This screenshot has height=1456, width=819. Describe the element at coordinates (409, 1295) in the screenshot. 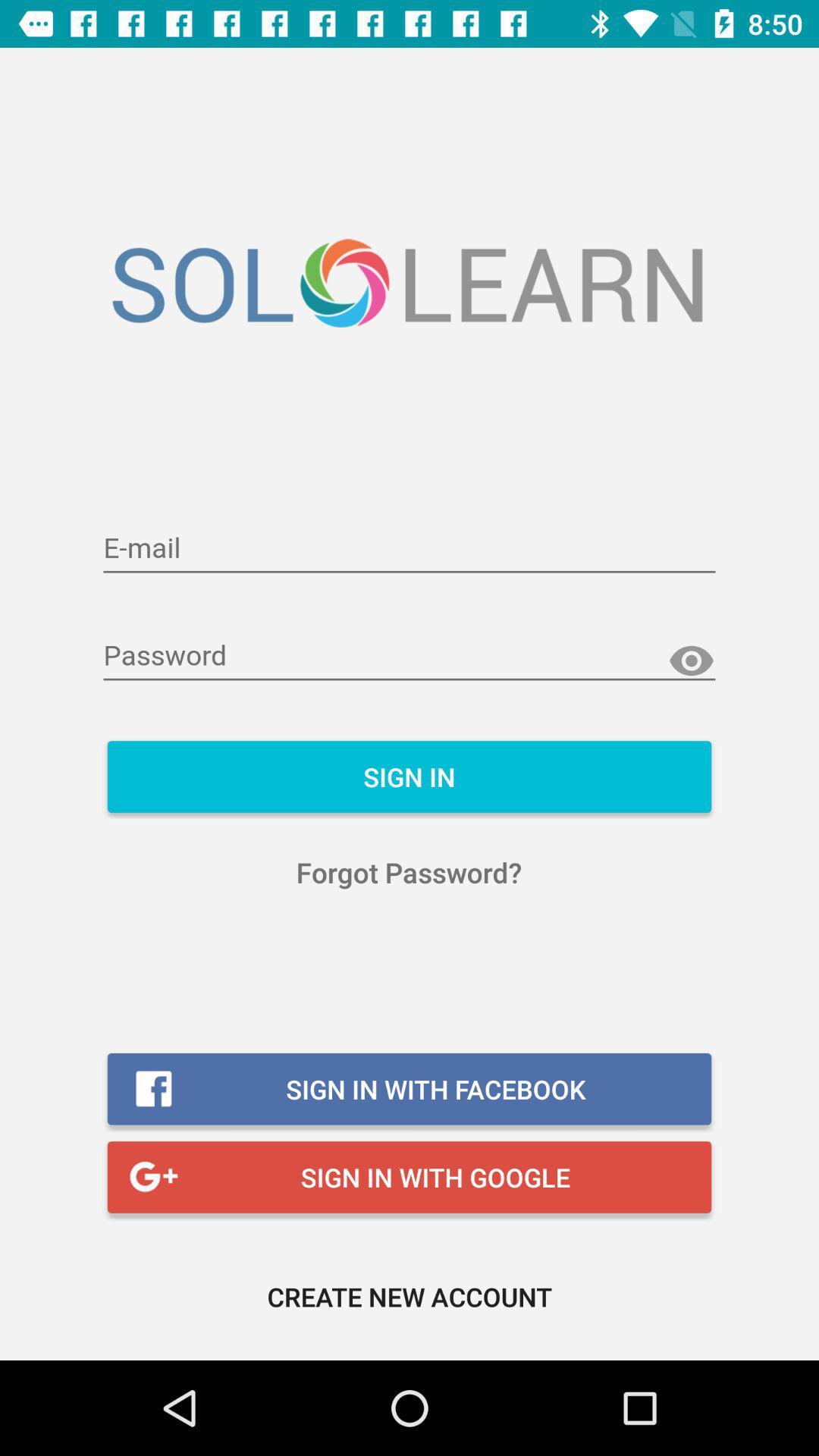

I see `the create new account item` at that location.